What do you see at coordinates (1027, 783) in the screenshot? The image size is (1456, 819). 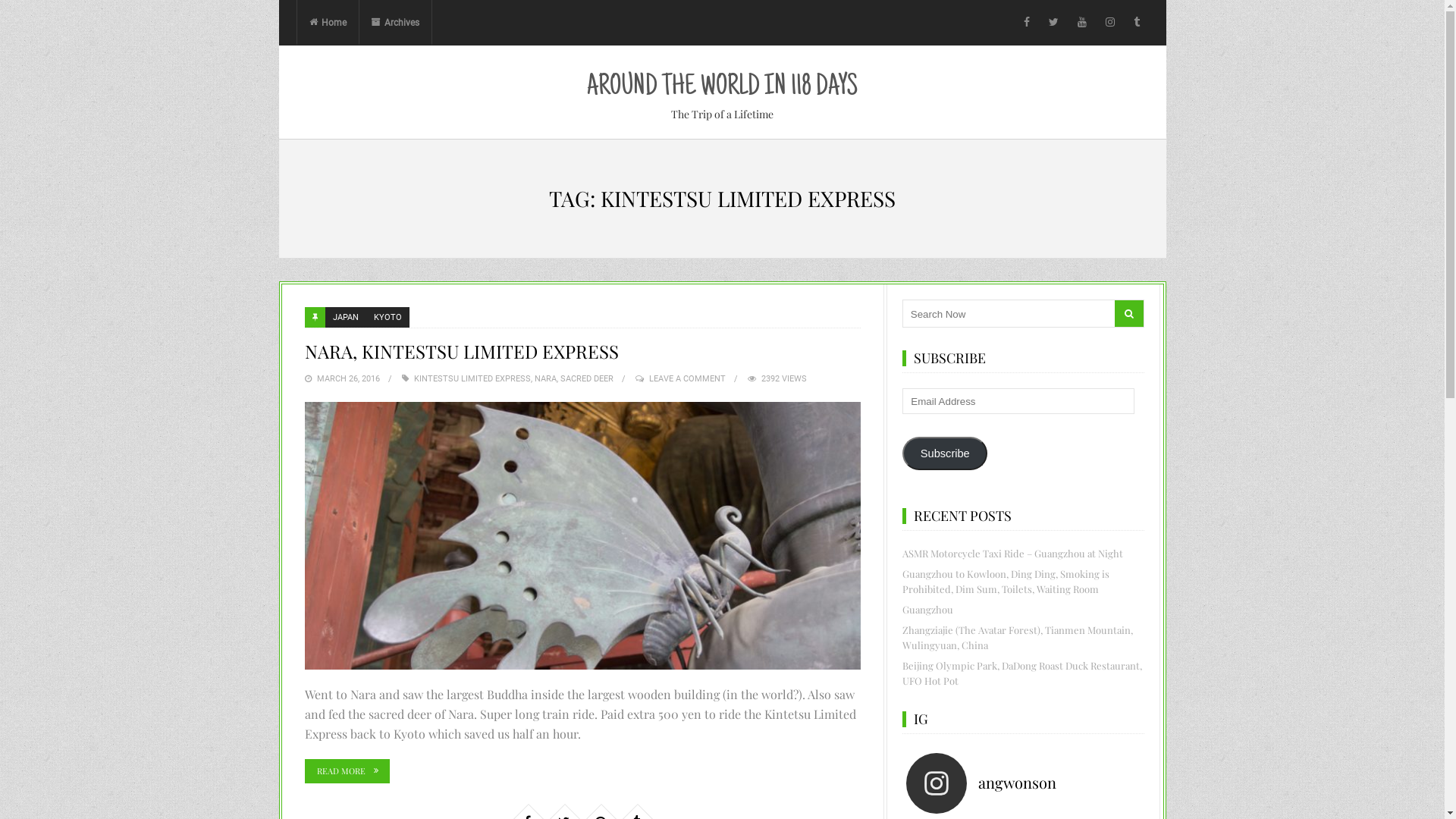 I see `'angwonson'` at bounding box center [1027, 783].